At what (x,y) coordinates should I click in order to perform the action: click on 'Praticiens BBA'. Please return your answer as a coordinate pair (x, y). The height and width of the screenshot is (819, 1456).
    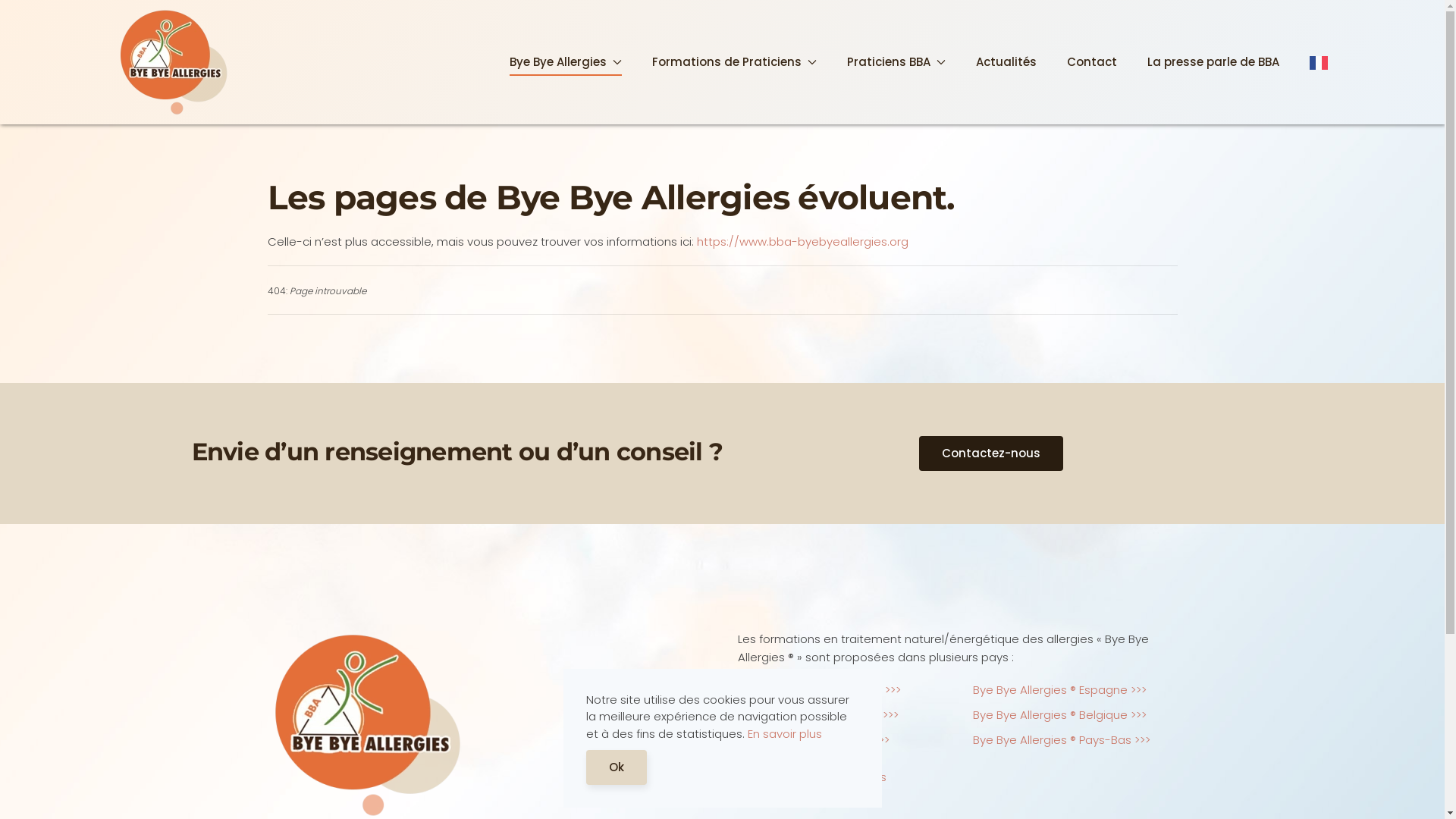
    Looking at the image, I should click on (896, 61).